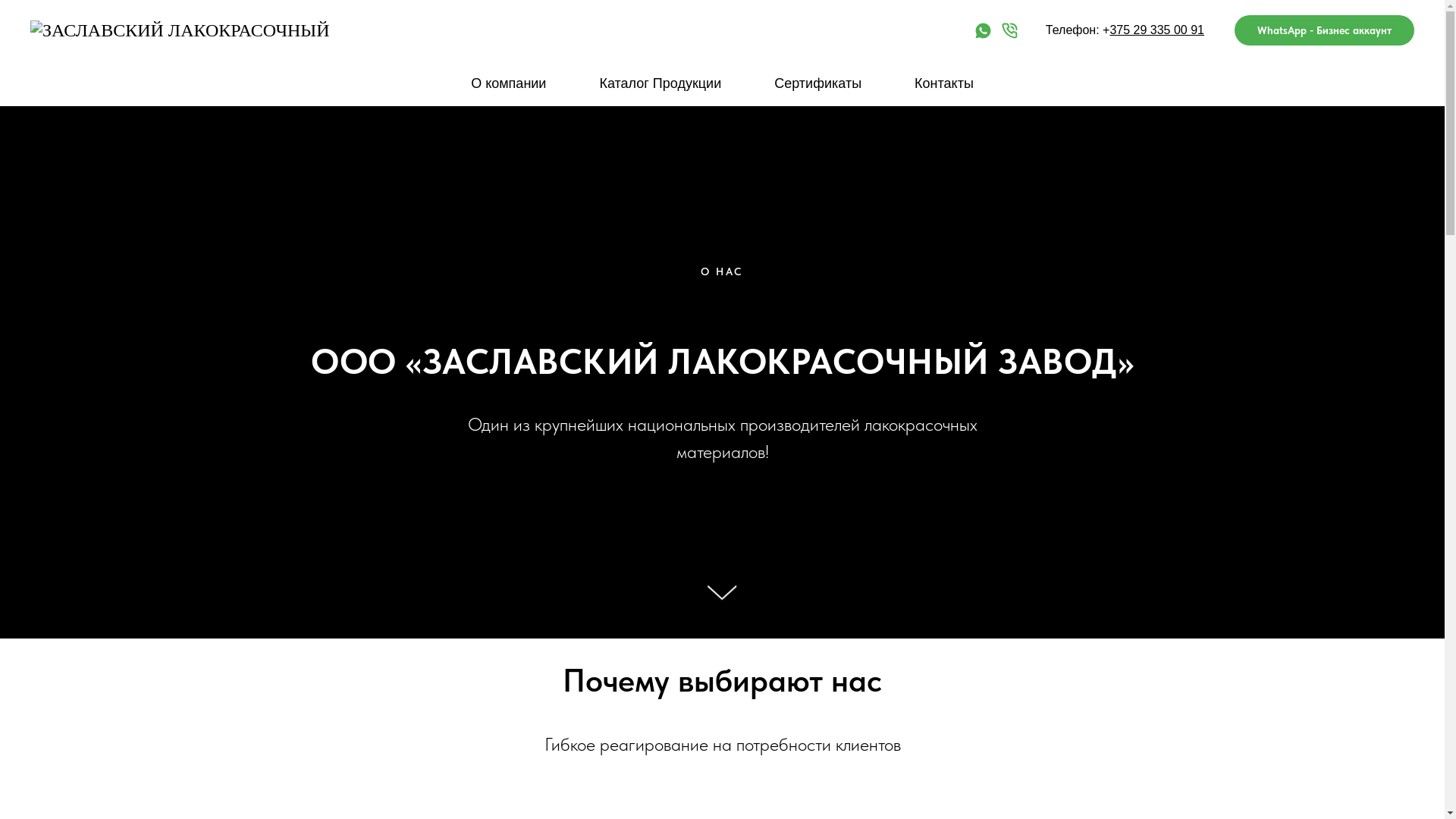 This screenshot has height=819, width=1456. I want to click on '375 29 335 00 91', so click(1156, 30).